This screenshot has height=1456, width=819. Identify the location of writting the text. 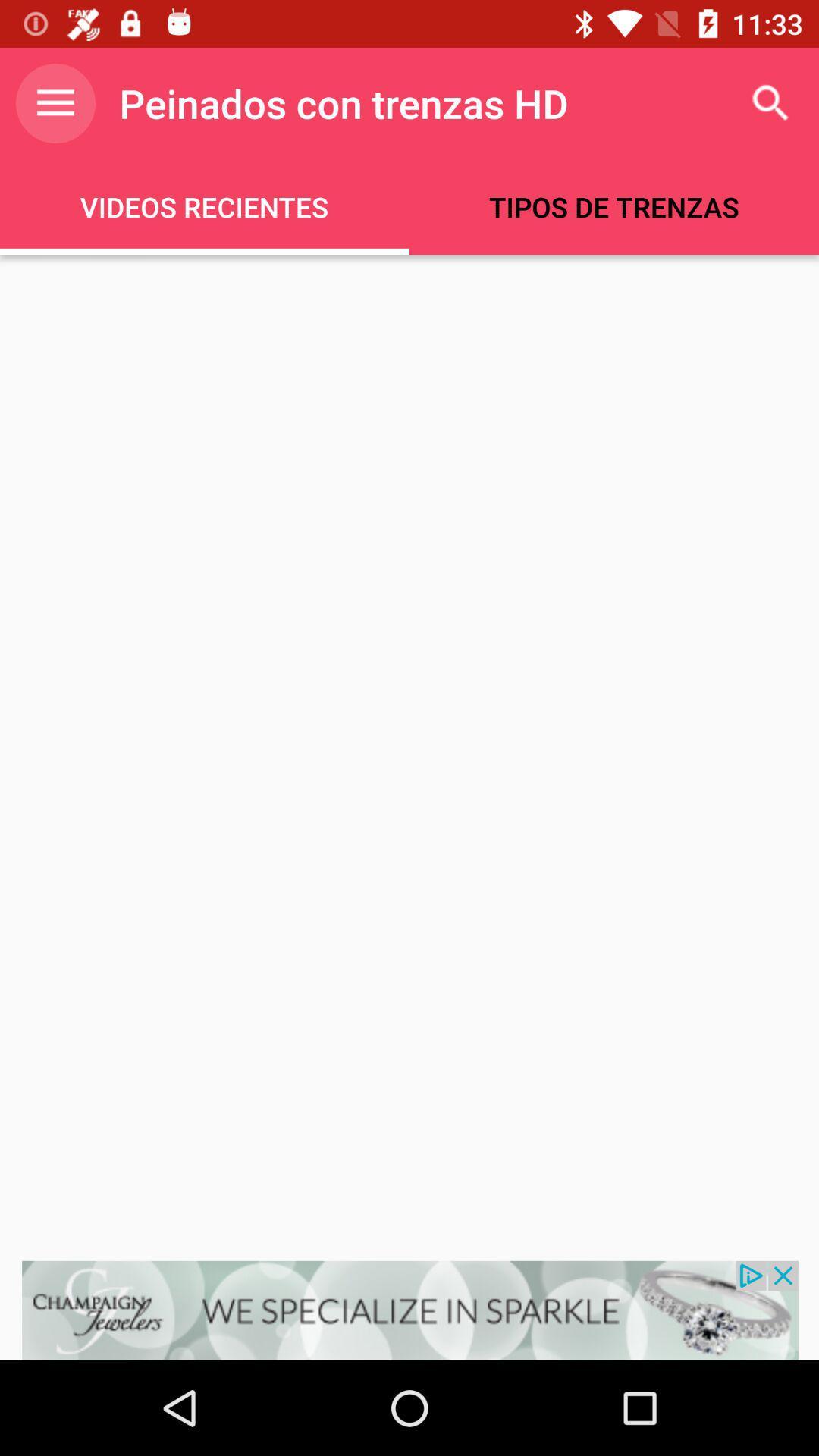
(409, 758).